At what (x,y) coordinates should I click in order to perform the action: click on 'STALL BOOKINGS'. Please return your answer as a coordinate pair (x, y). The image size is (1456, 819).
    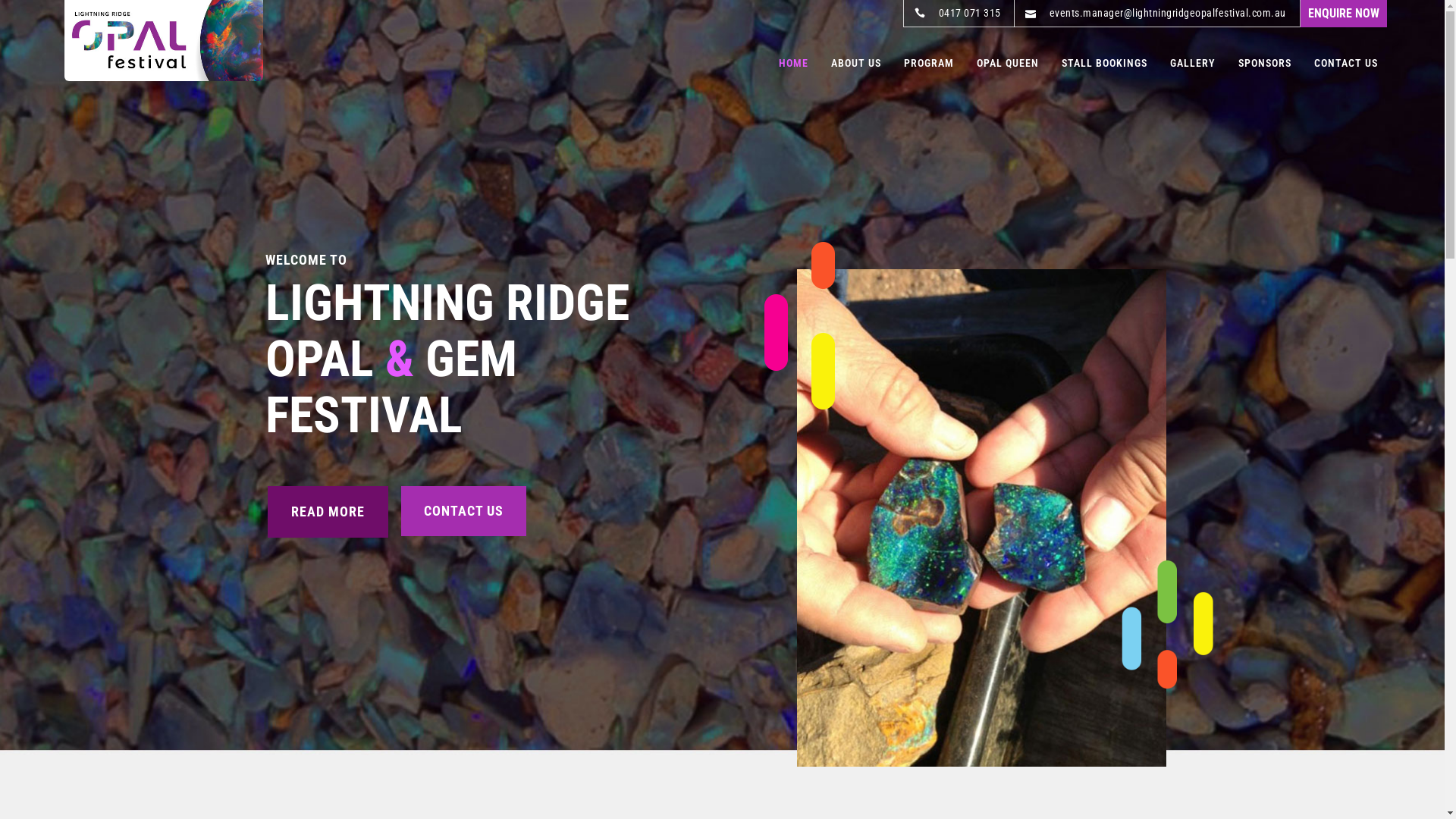
    Looking at the image, I should click on (1104, 62).